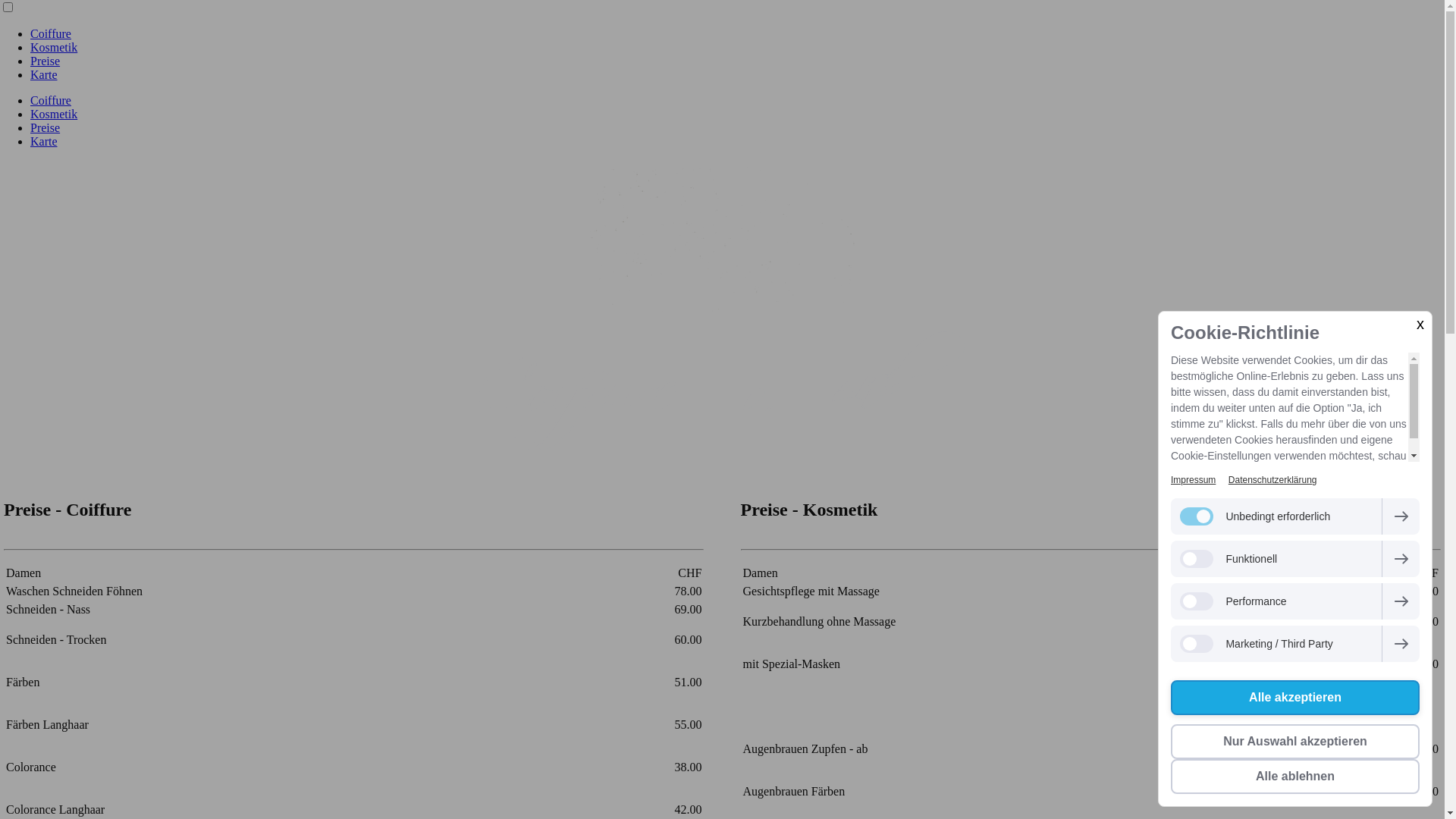 This screenshot has height=819, width=1456. I want to click on 'Kosmetik', so click(54, 46).